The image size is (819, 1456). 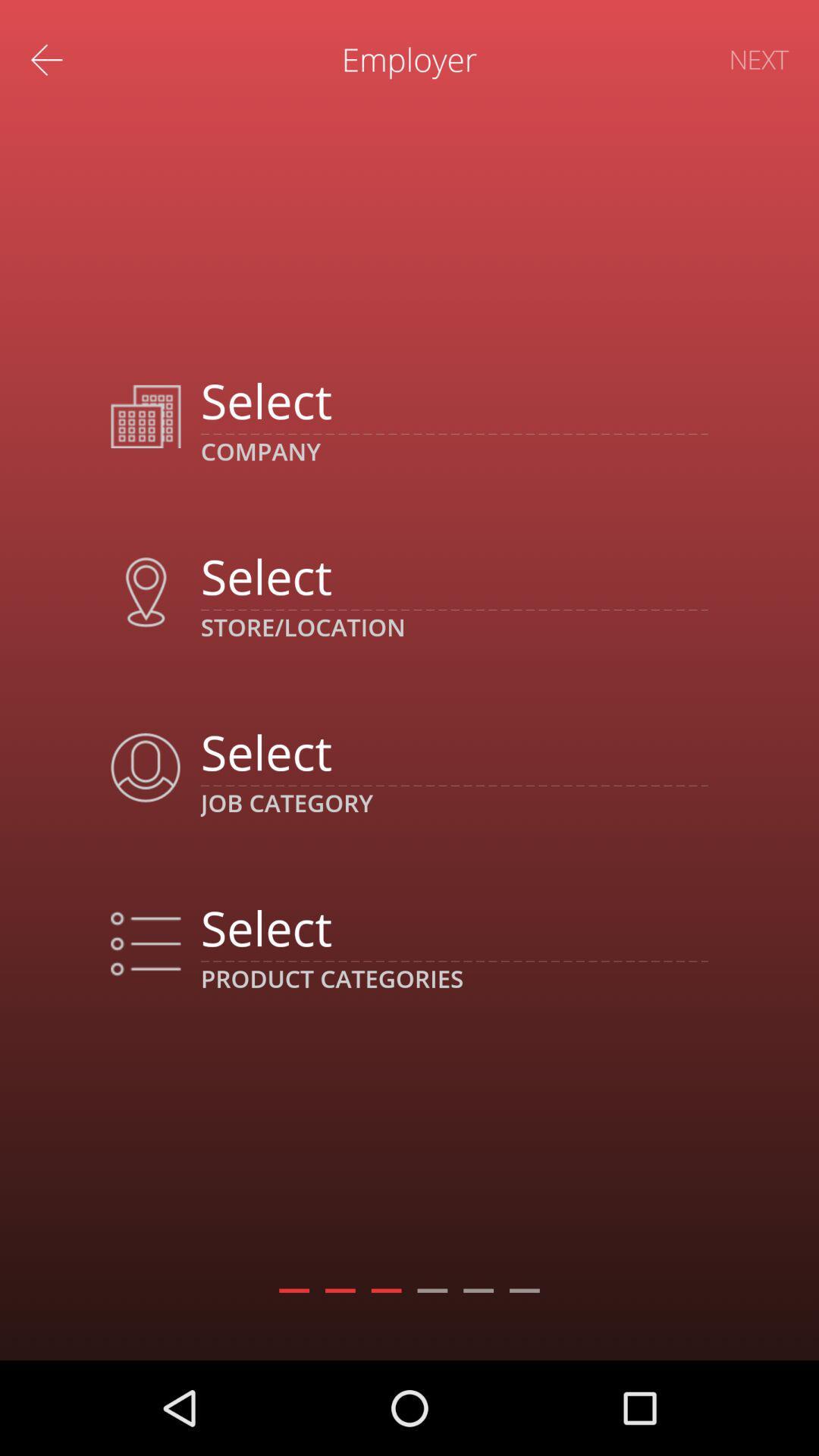 What do you see at coordinates (453, 752) in the screenshot?
I see `choose job category` at bounding box center [453, 752].